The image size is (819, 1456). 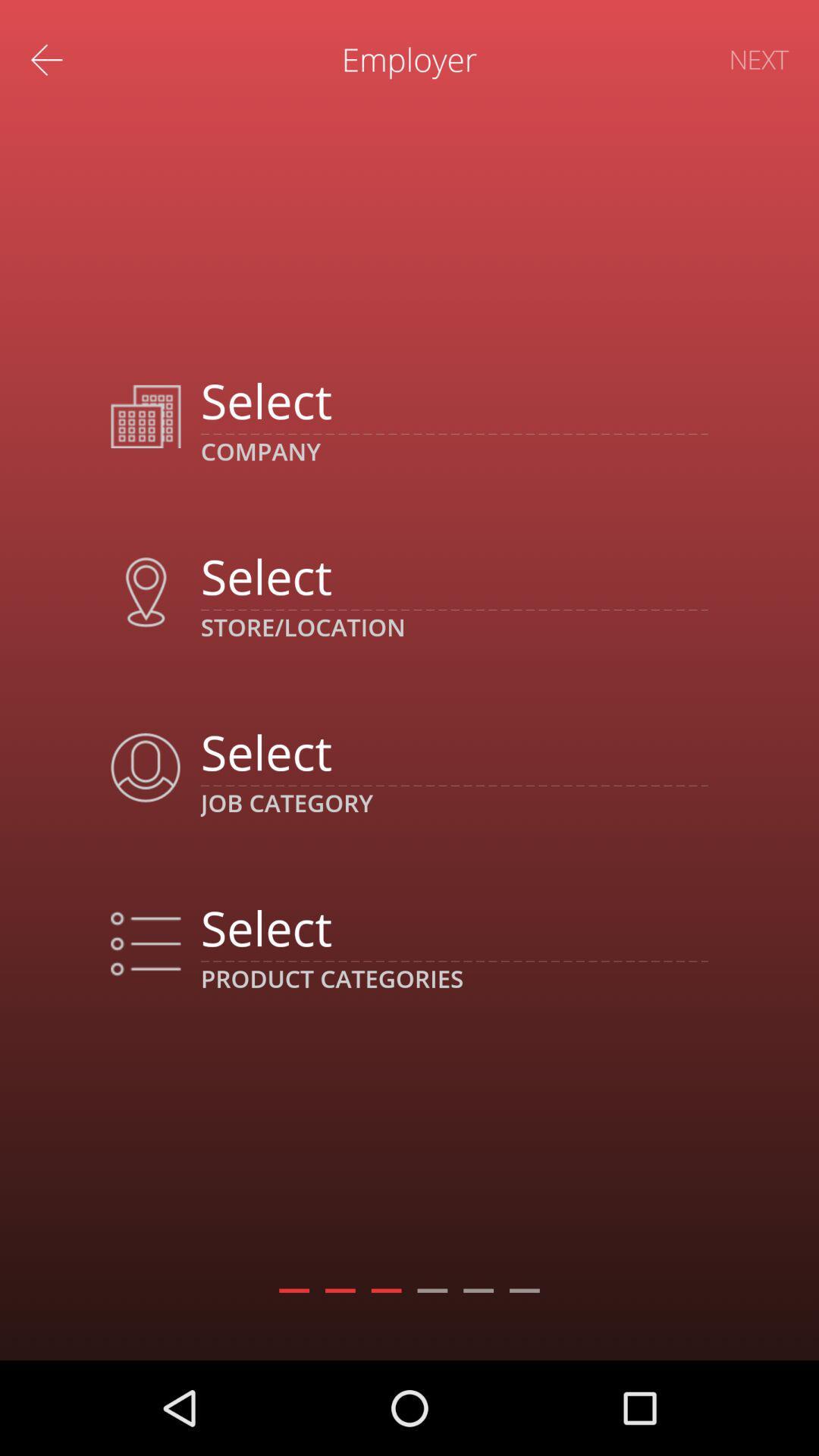 What do you see at coordinates (453, 752) in the screenshot?
I see `choose job category` at bounding box center [453, 752].